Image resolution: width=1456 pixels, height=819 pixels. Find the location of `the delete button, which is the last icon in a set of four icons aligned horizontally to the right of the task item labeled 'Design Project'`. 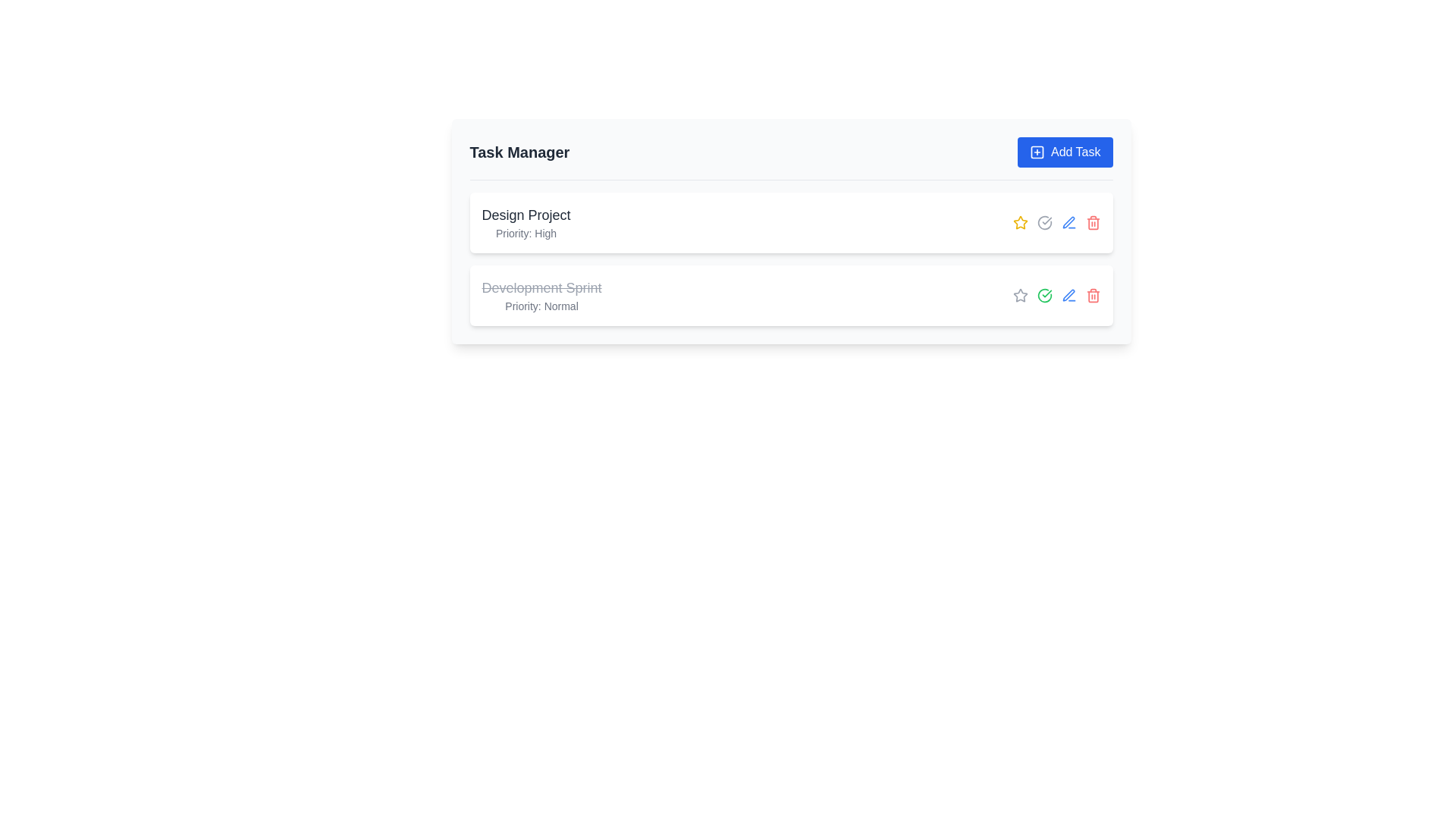

the delete button, which is the last icon in a set of four icons aligned horizontally to the right of the task item labeled 'Design Project' is located at coordinates (1093, 222).